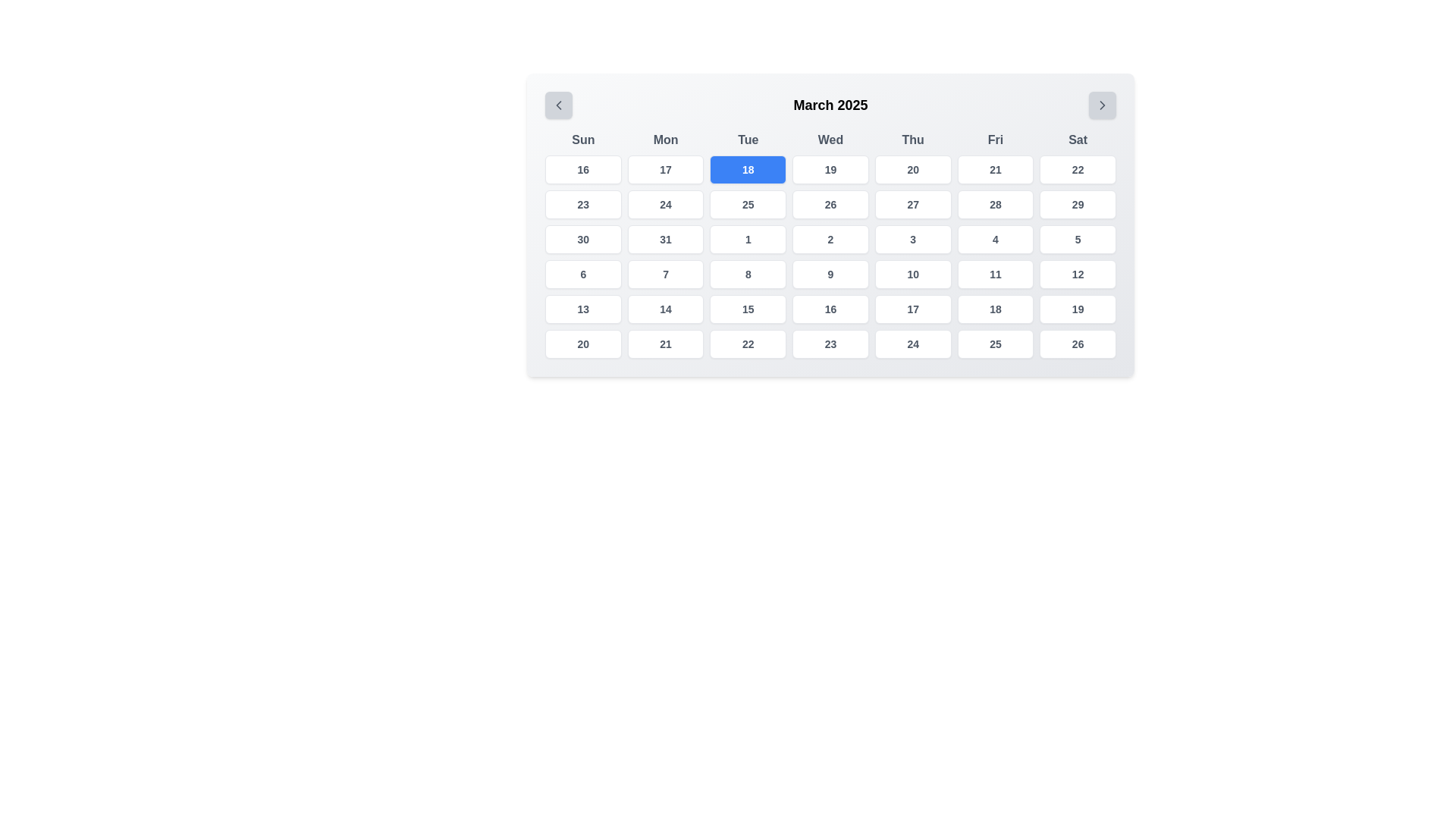  I want to click on the calendar button displaying the digit '7' located in the second column of the fifth row under the header 'Mon', so click(666, 275).